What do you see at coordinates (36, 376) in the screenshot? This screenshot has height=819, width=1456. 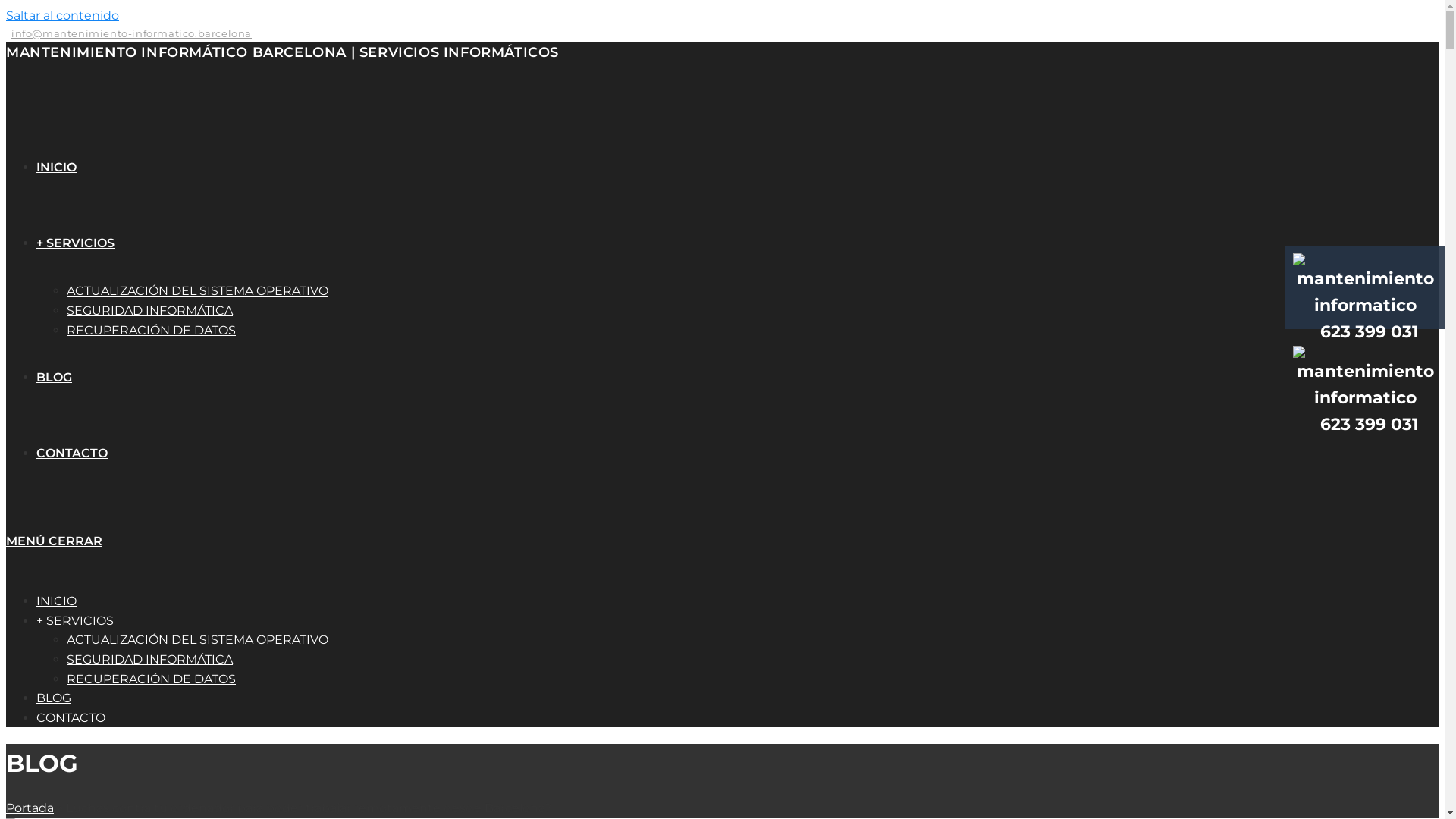 I see `'BLOG'` at bounding box center [36, 376].